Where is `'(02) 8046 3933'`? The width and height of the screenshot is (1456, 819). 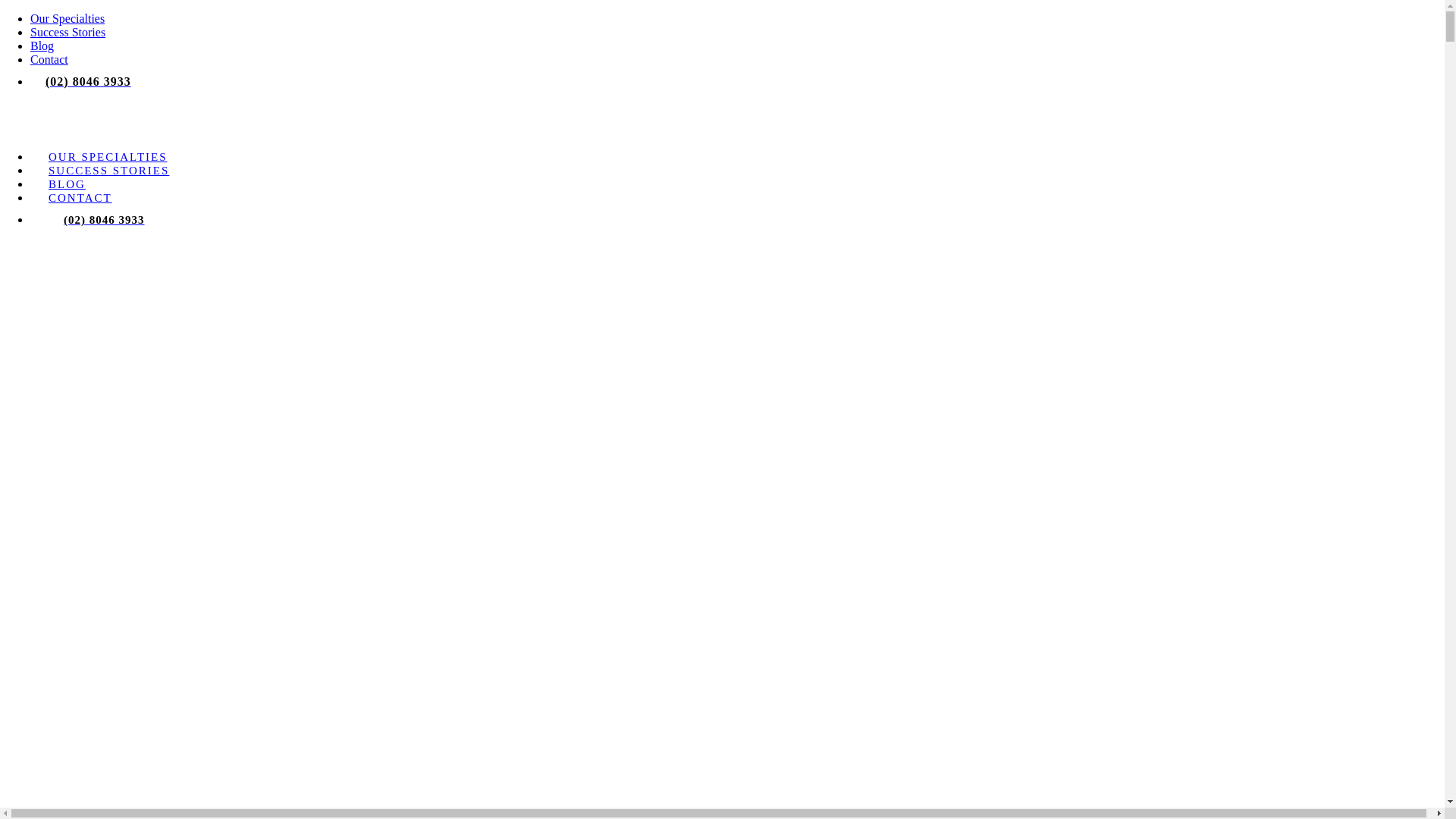 '(02) 8046 3933' is located at coordinates (87, 81).